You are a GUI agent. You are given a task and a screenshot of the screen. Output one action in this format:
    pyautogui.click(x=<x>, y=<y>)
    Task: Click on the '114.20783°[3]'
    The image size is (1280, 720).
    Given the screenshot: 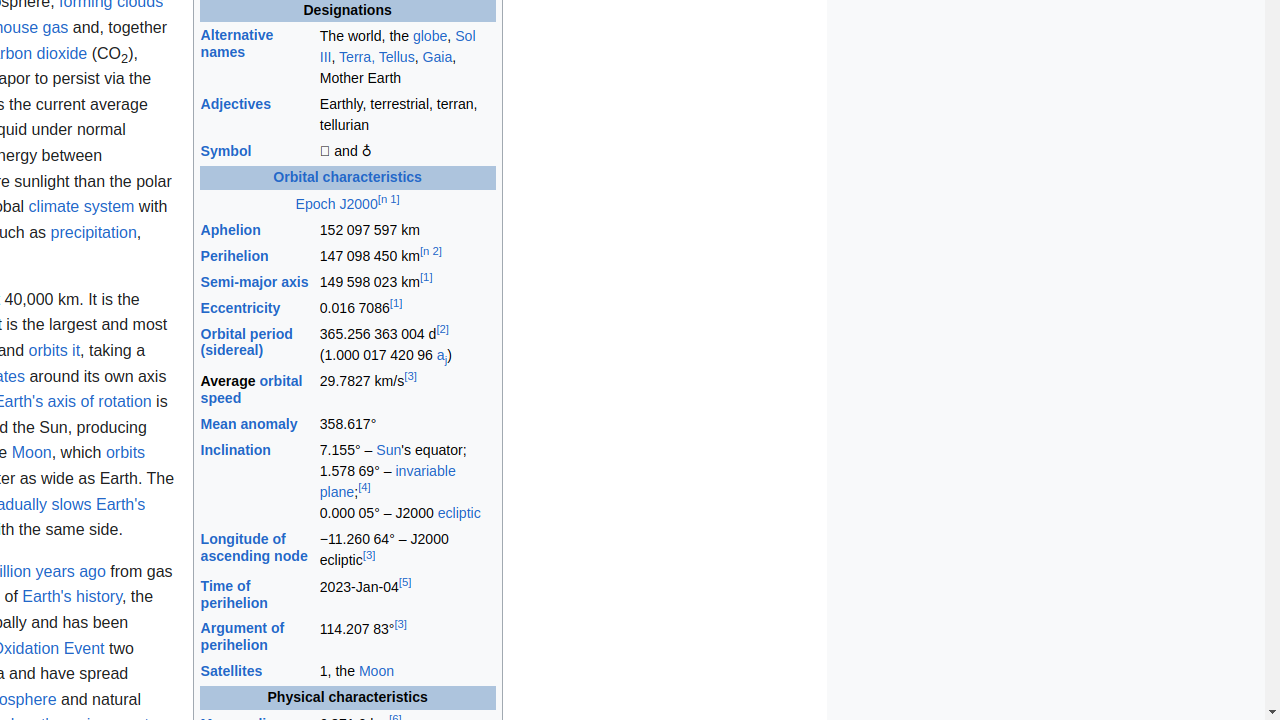 What is the action you would take?
    pyautogui.click(x=406, y=637)
    